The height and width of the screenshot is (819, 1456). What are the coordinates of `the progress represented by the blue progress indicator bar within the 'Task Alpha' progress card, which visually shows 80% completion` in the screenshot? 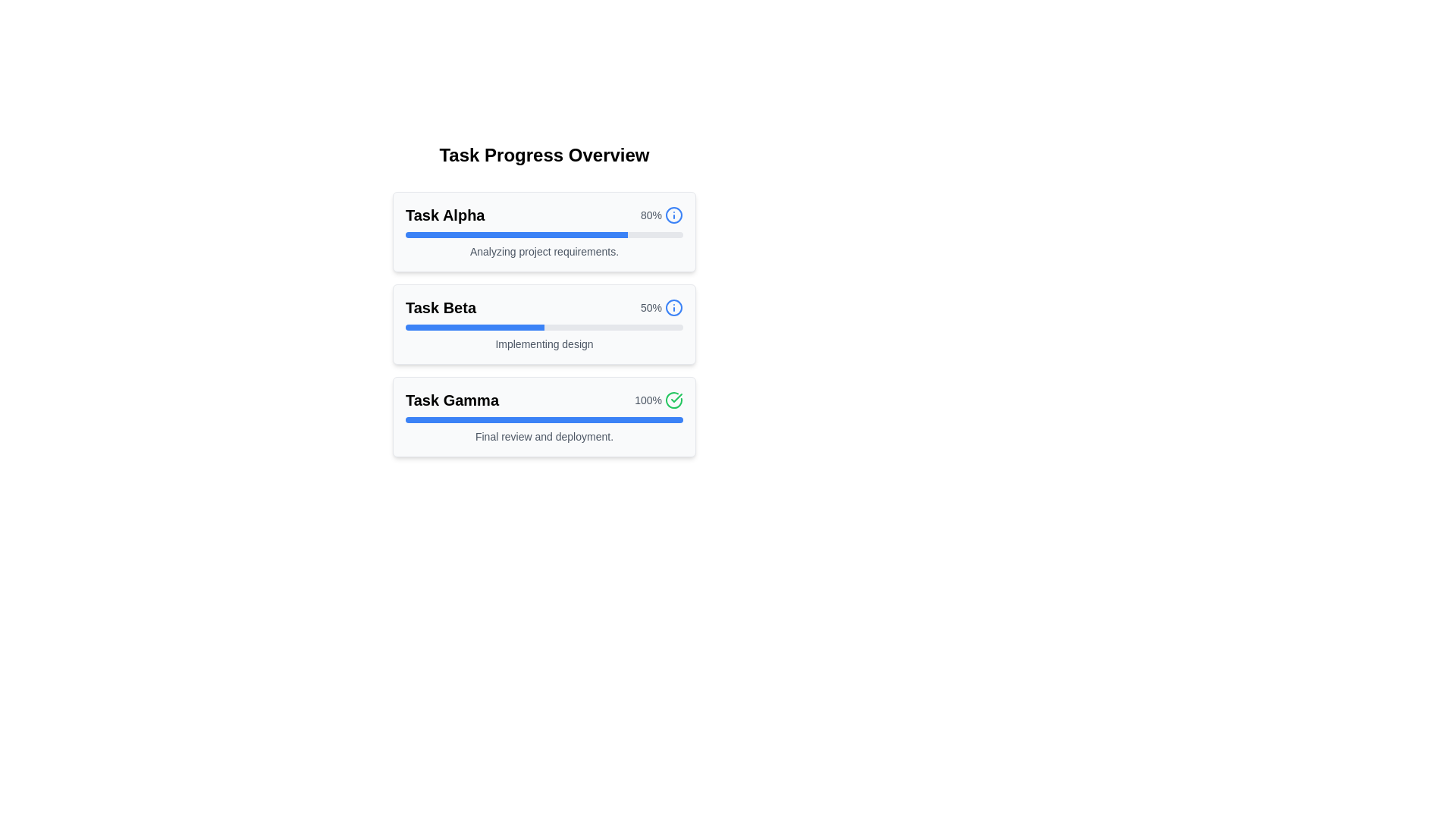 It's located at (516, 234).